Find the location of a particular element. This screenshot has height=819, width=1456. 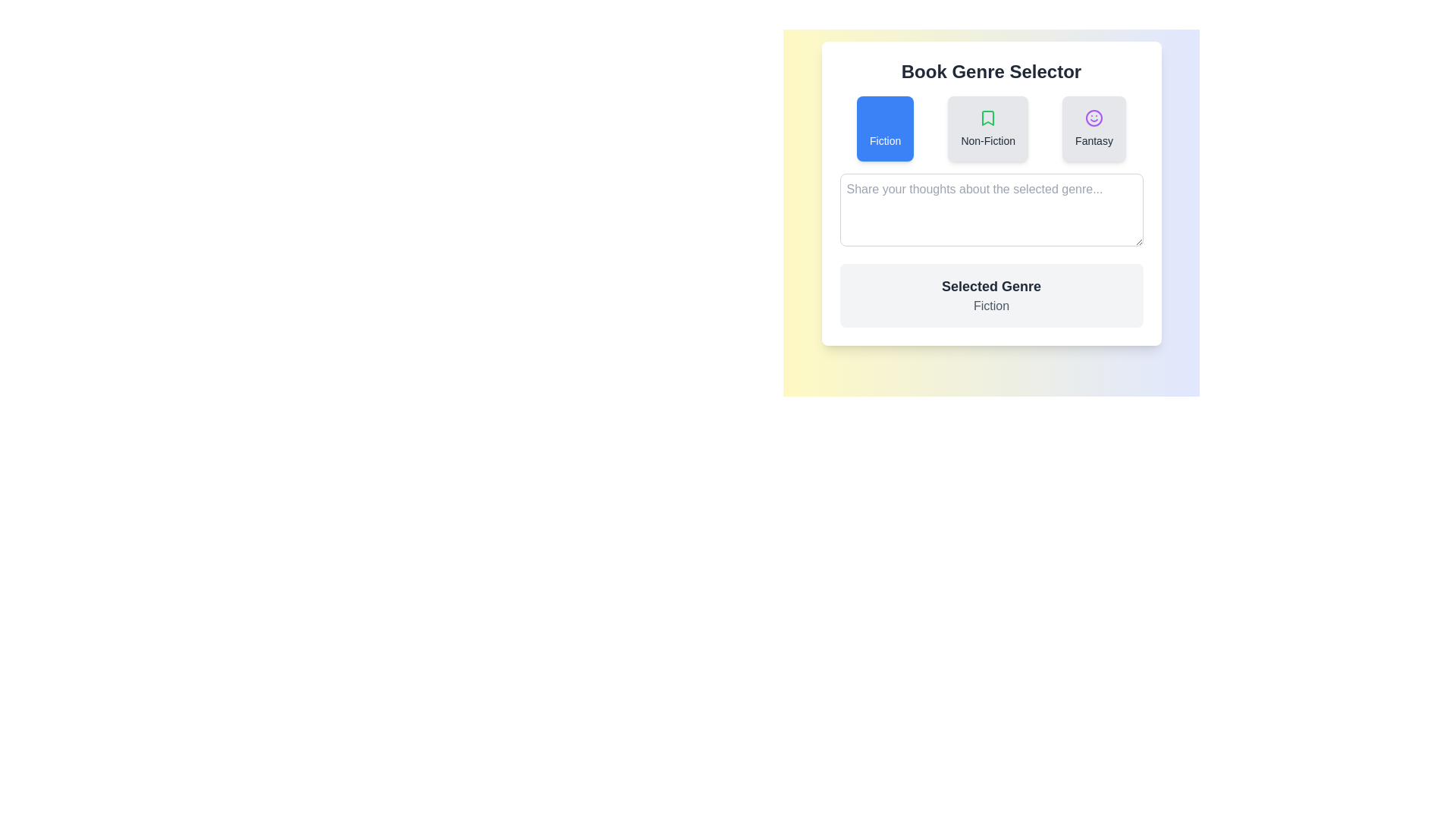

text label identifying the genre as 'Non-Fiction' located beneath the green bookmark icon in the central card of the 'Book Genre Selector' is located at coordinates (988, 140).